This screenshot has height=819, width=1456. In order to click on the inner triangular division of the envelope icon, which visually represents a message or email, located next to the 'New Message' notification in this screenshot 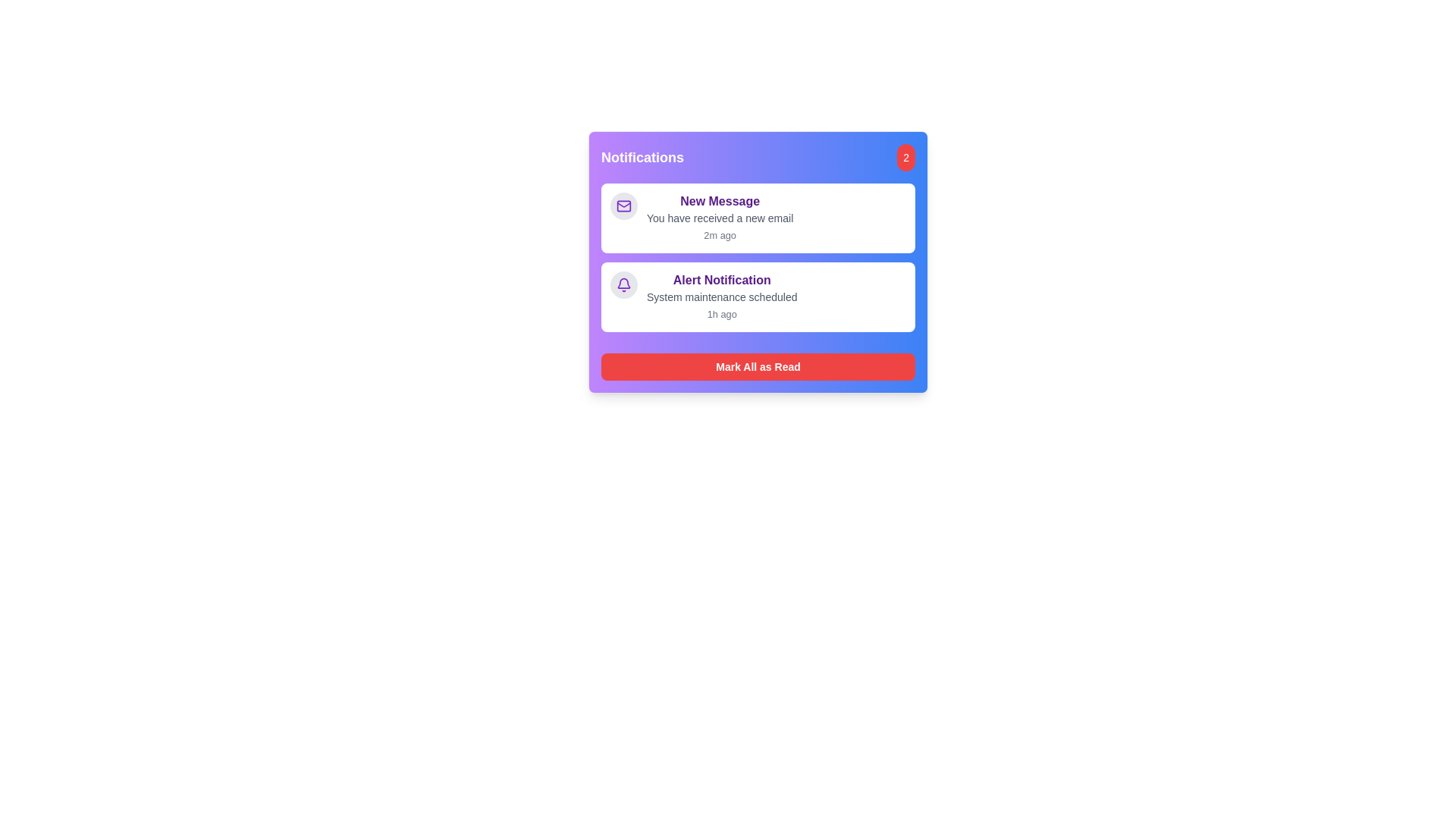, I will do `click(623, 205)`.